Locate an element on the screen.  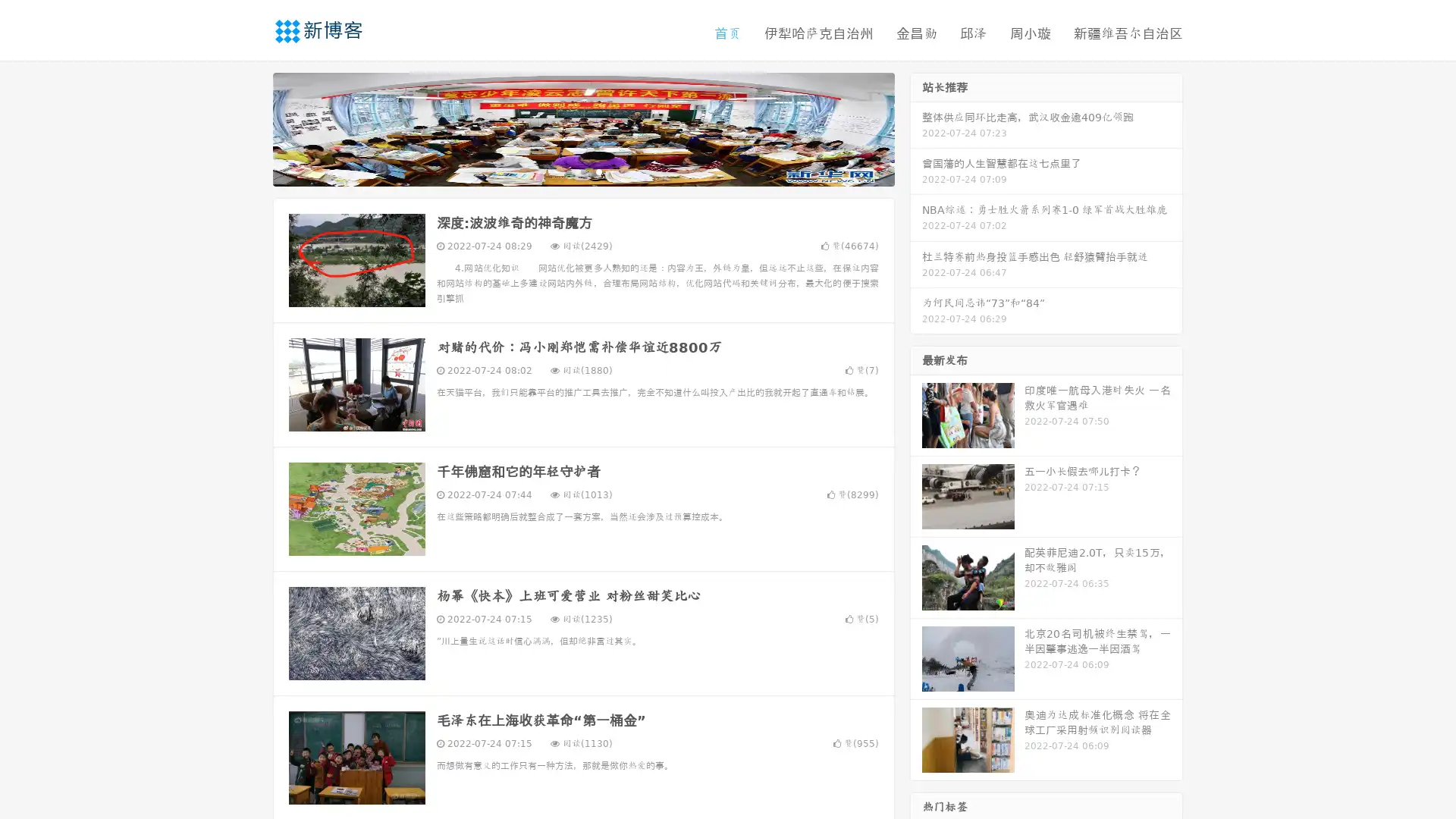
Go to slide 3 is located at coordinates (598, 171).